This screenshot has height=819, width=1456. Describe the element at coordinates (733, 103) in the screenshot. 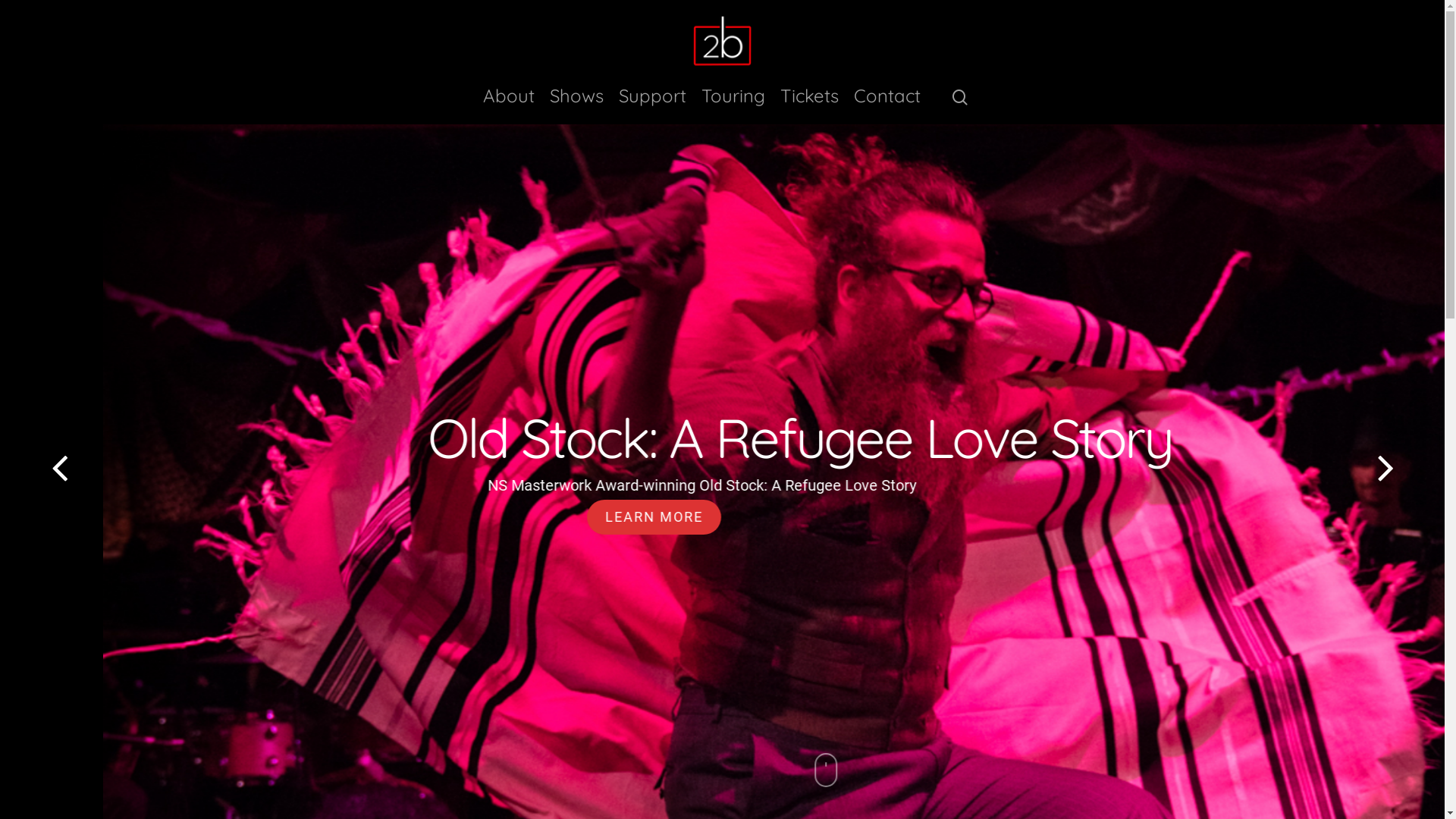

I see `'Touring'` at that location.